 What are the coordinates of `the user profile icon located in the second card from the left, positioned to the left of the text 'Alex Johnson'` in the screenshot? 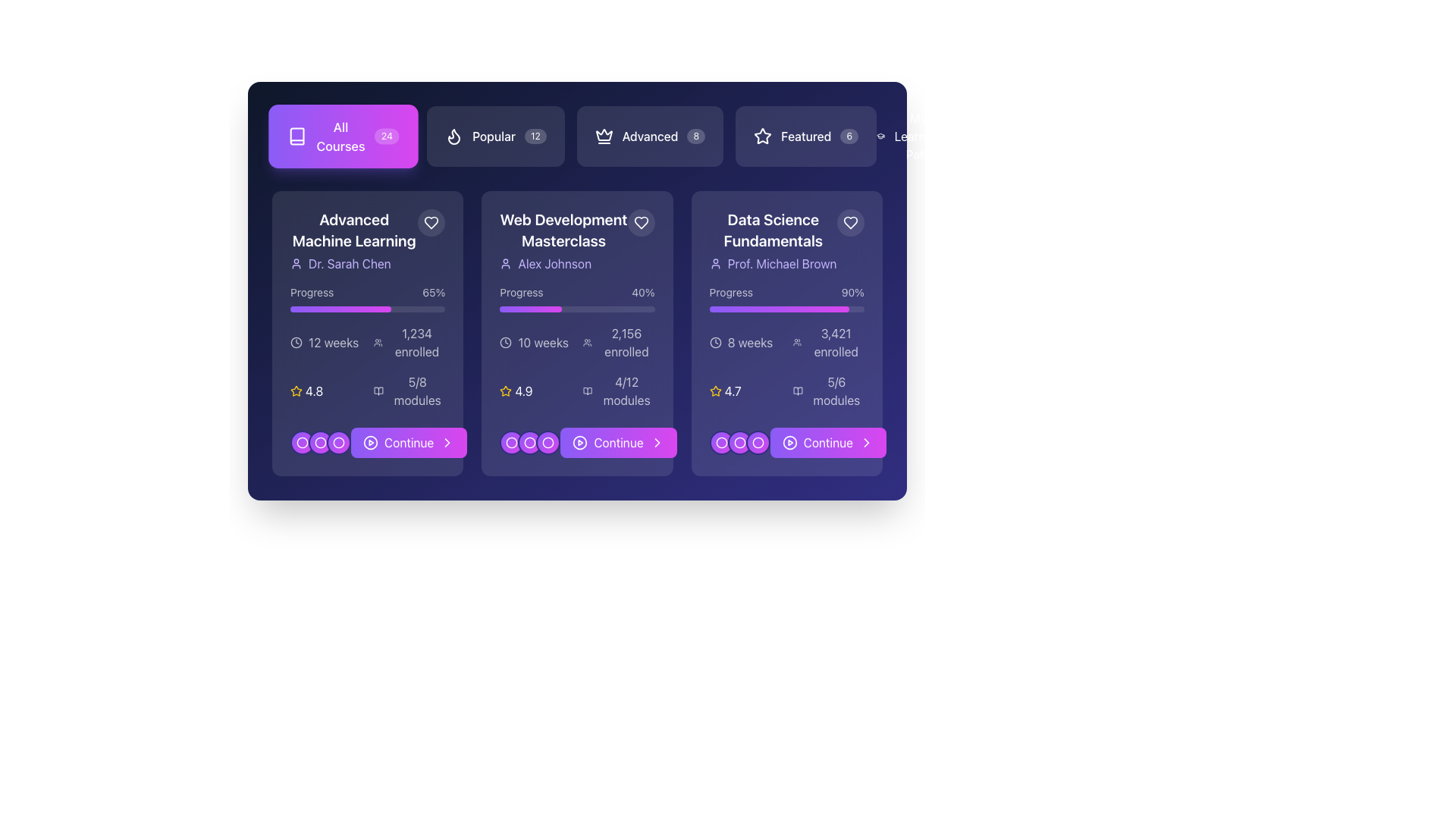 It's located at (506, 262).